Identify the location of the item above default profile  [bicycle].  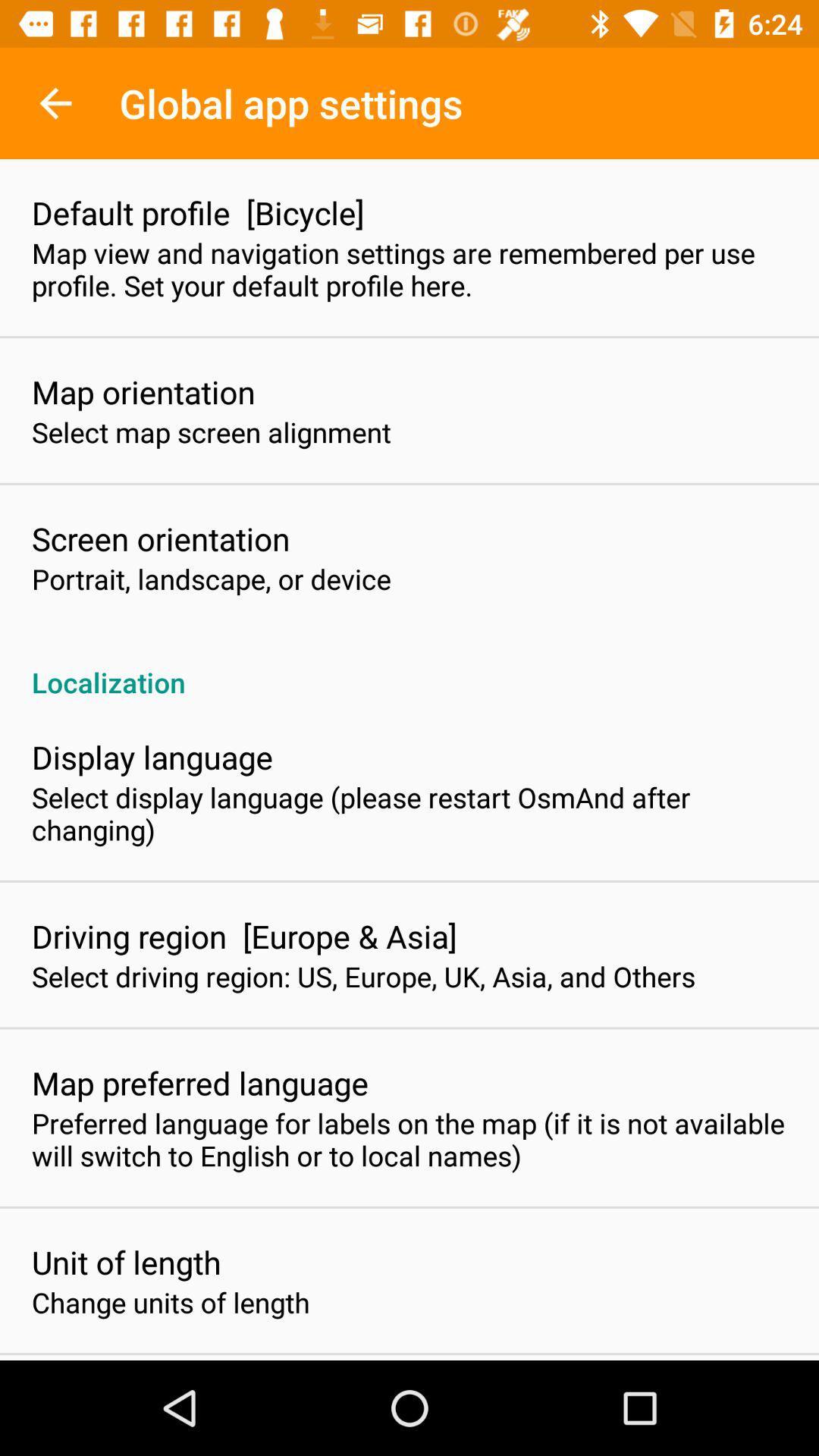
(55, 102).